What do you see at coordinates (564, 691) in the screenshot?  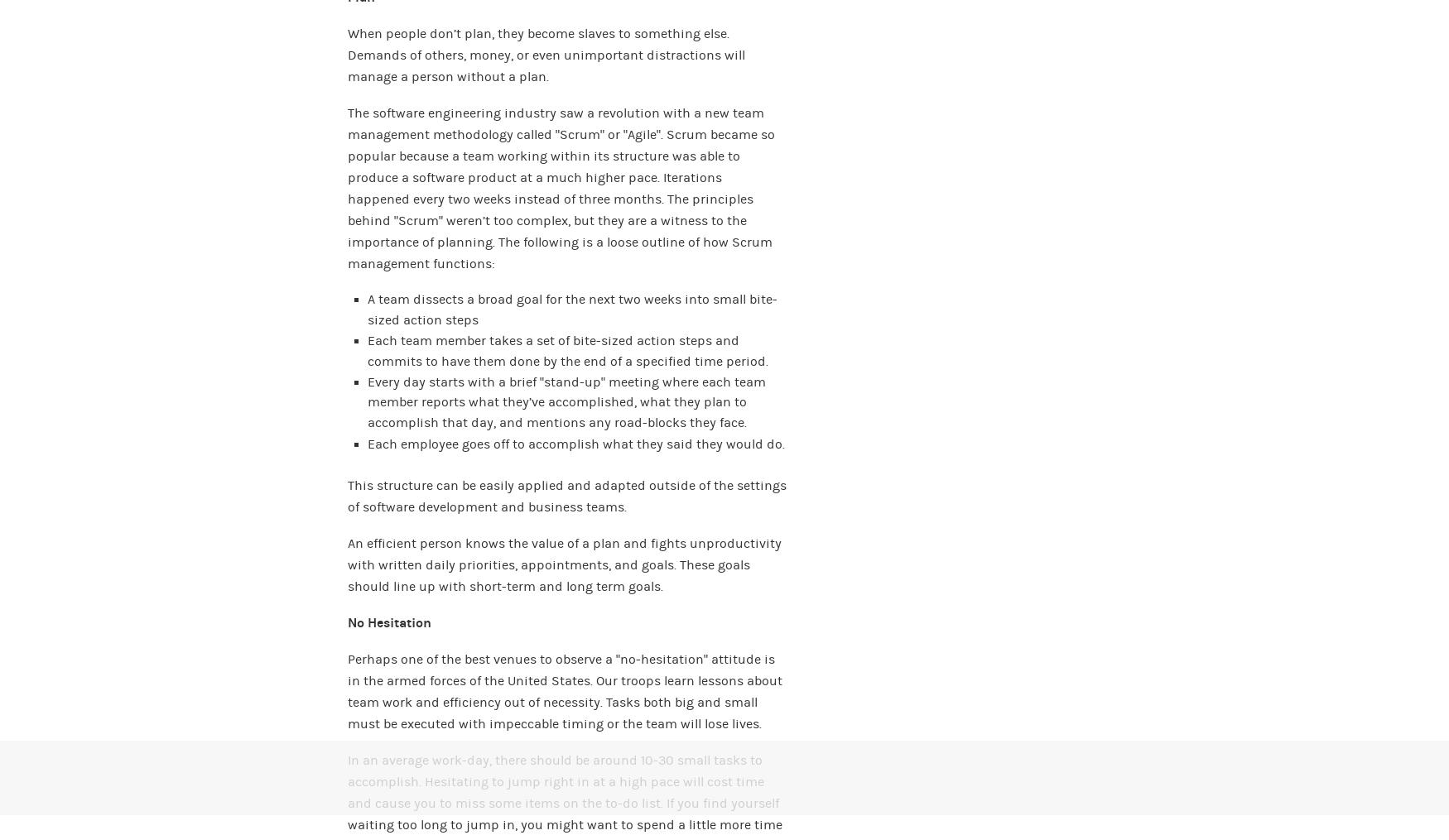 I see `'Perhaps one of the best venues to observe a “no-hesitation” attitude is in the armed forces of the United States. Our troops learn lessons about team work and efficiency out of necessity. Tasks both big and small must be executed with impeccable timing or the team will lose lives.'` at bounding box center [564, 691].